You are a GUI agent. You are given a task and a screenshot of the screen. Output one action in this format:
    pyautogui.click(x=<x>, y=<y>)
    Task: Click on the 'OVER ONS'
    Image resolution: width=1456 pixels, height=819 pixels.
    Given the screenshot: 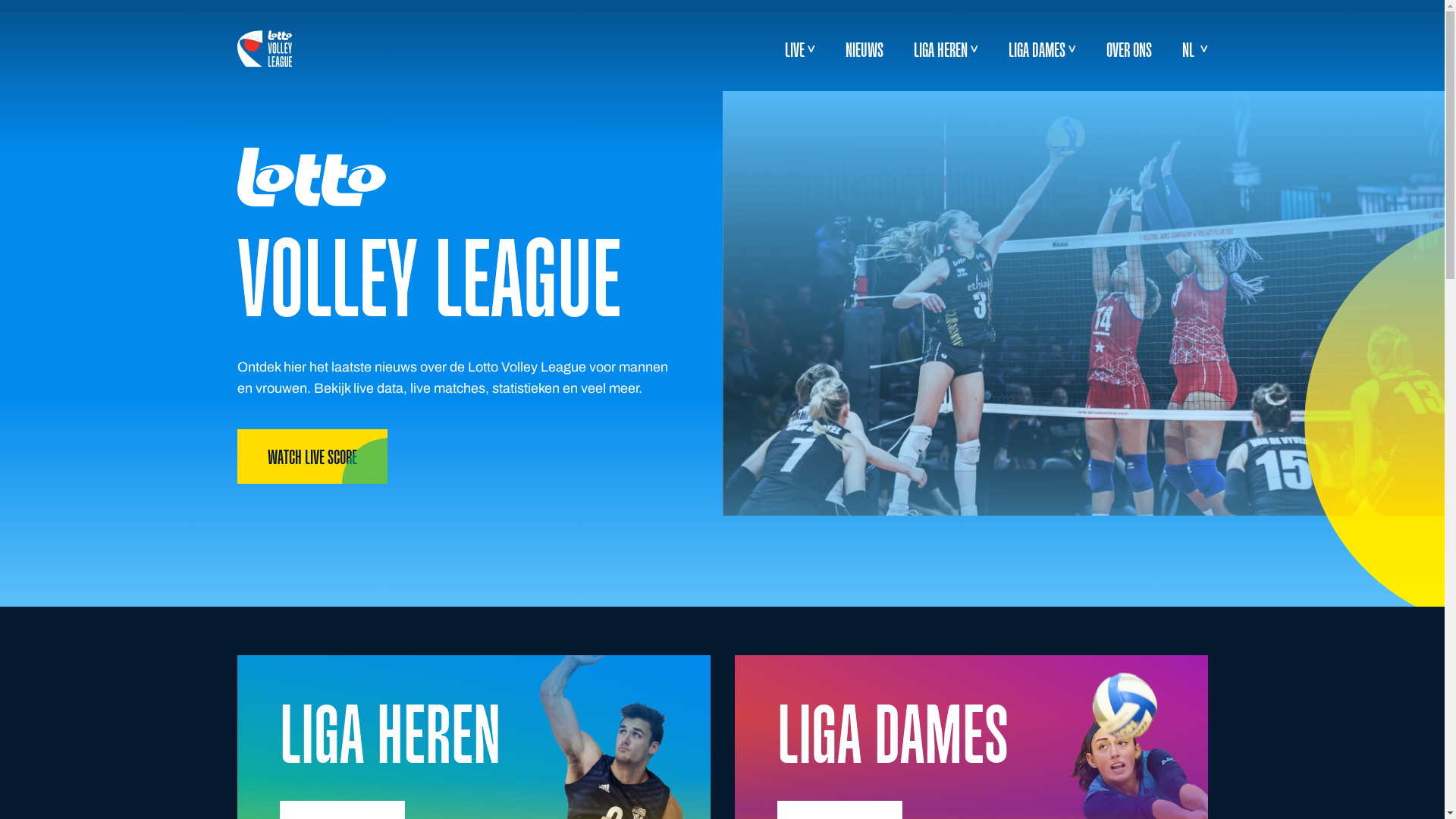 What is the action you would take?
    pyautogui.click(x=1128, y=48)
    